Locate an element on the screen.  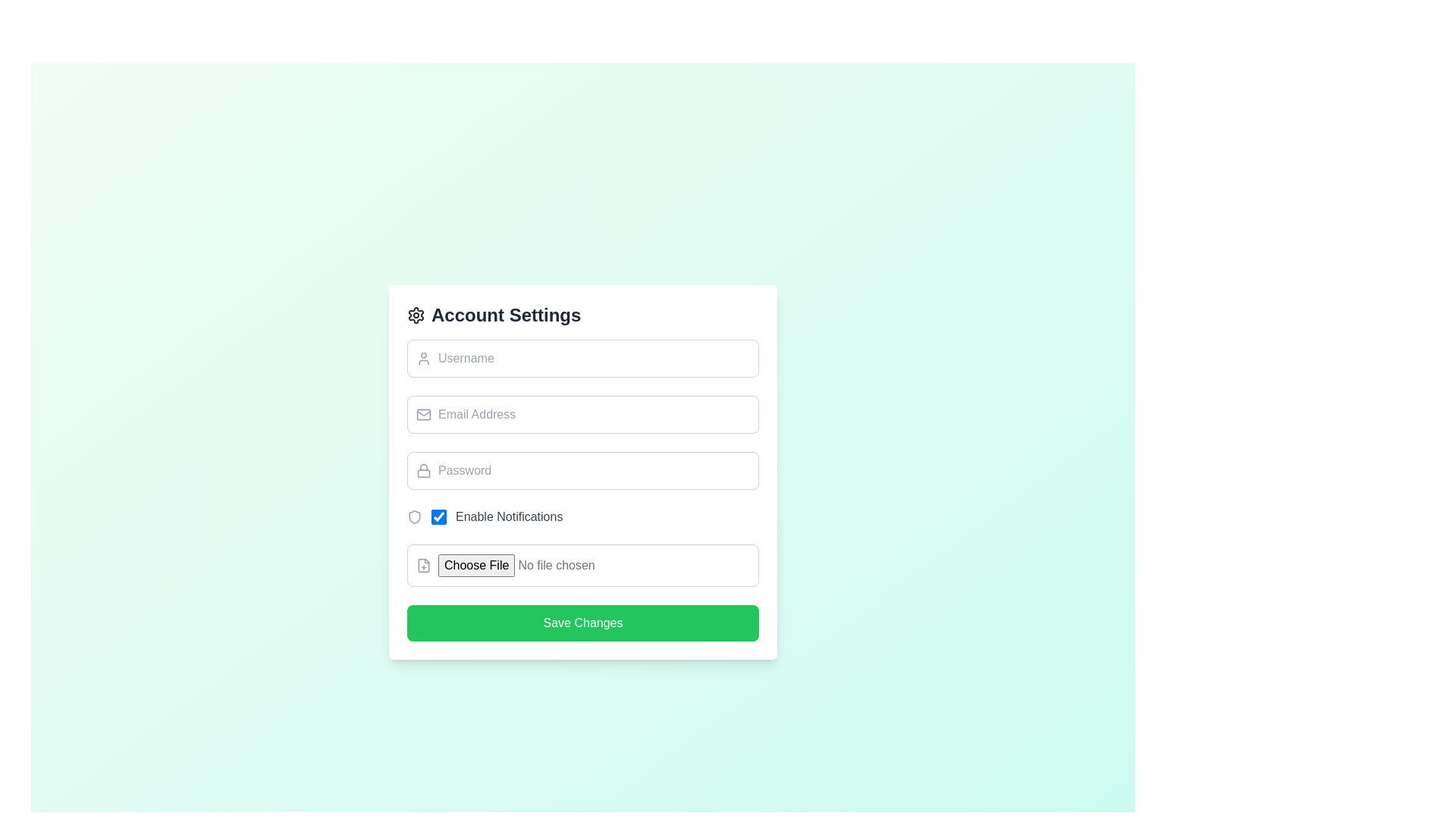
the area surrounding the envelope icon, which serves as an indicator for the email address input field in the Account Settings section is located at coordinates (423, 415).